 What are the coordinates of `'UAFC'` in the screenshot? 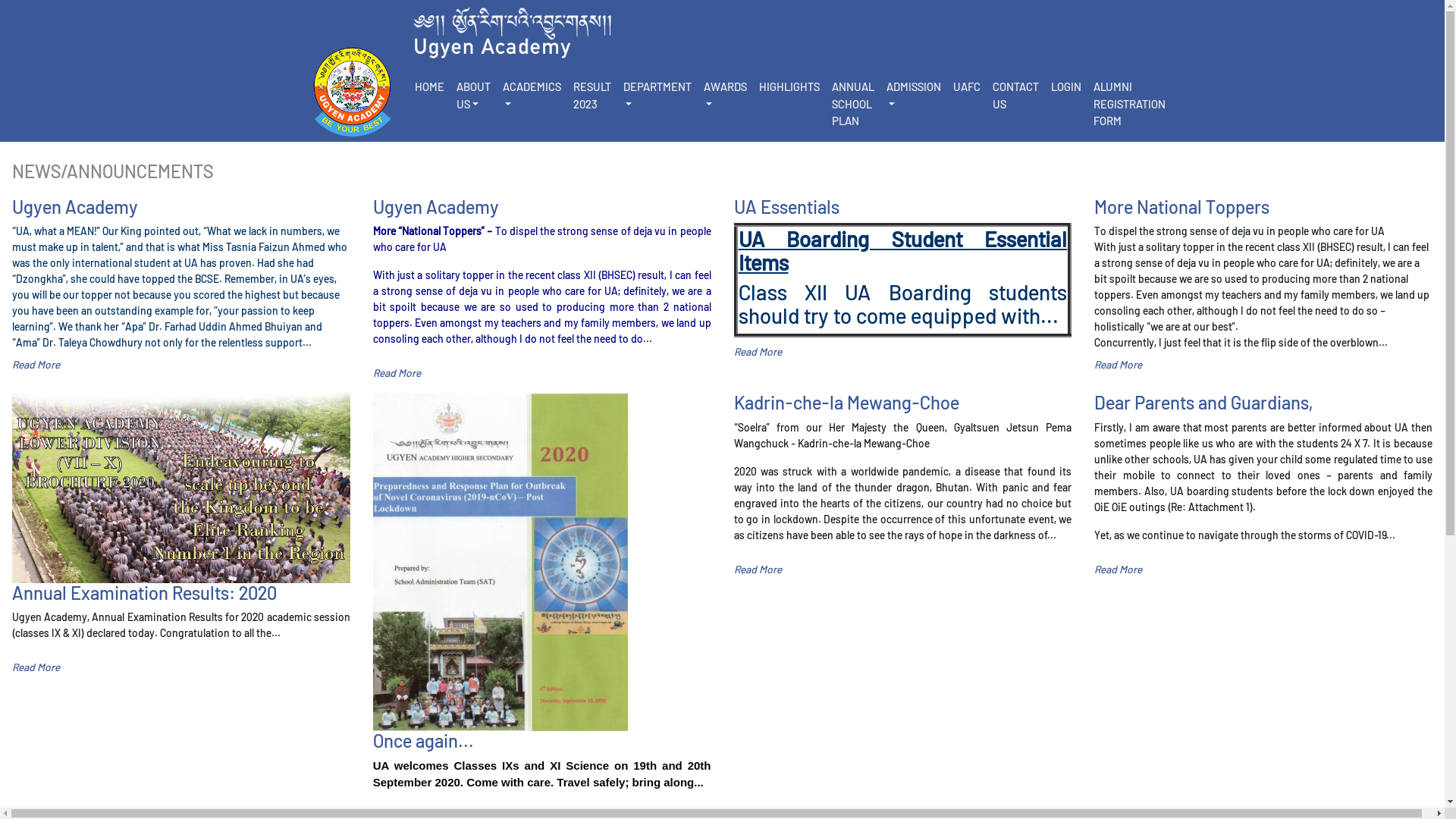 It's located at (946, 86).